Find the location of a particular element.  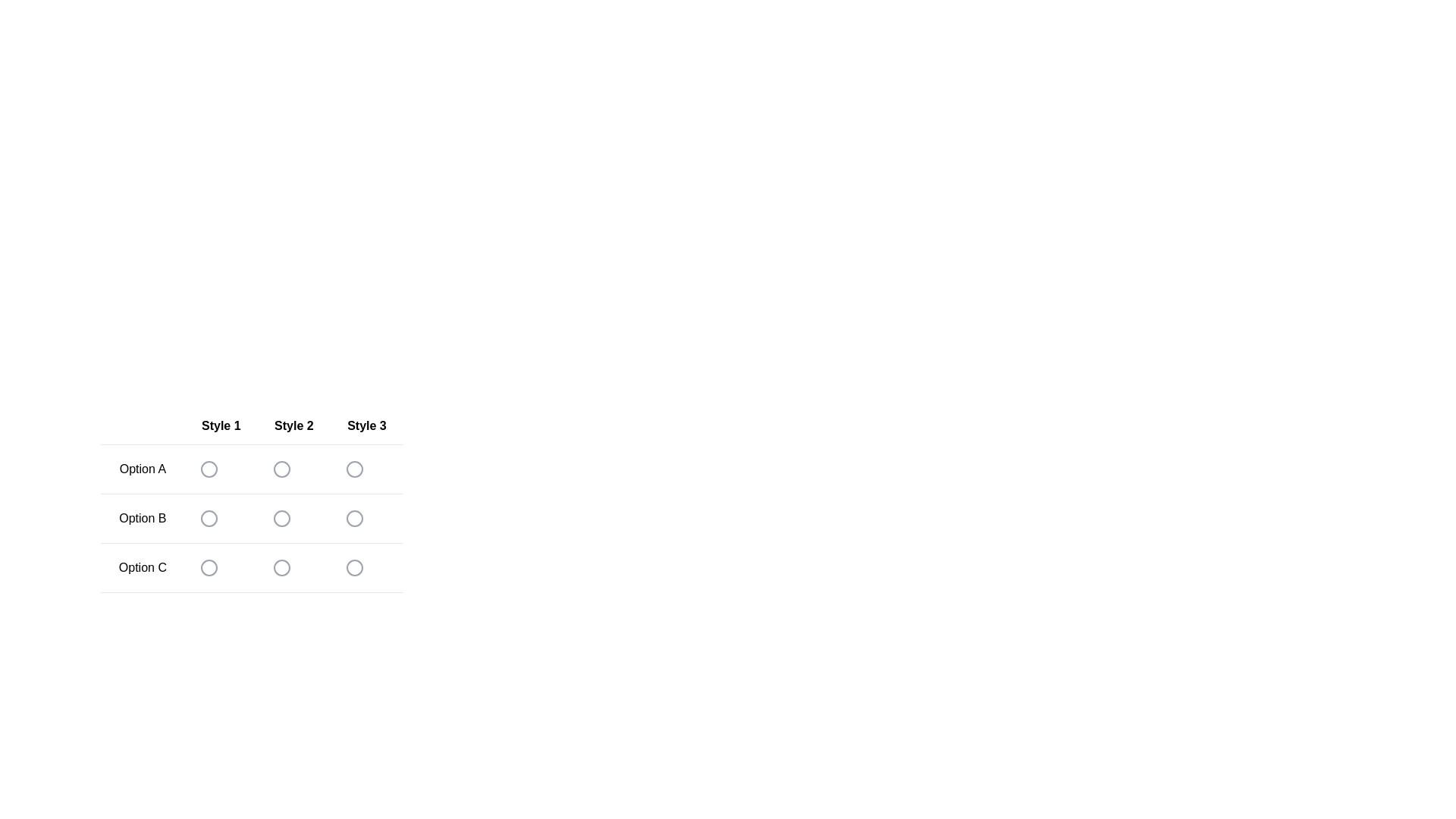

the selectable circular indicator element located in the third row labeled 'Option C' and the second column labeled 'Style 2' is located at coordinates (281, 567).